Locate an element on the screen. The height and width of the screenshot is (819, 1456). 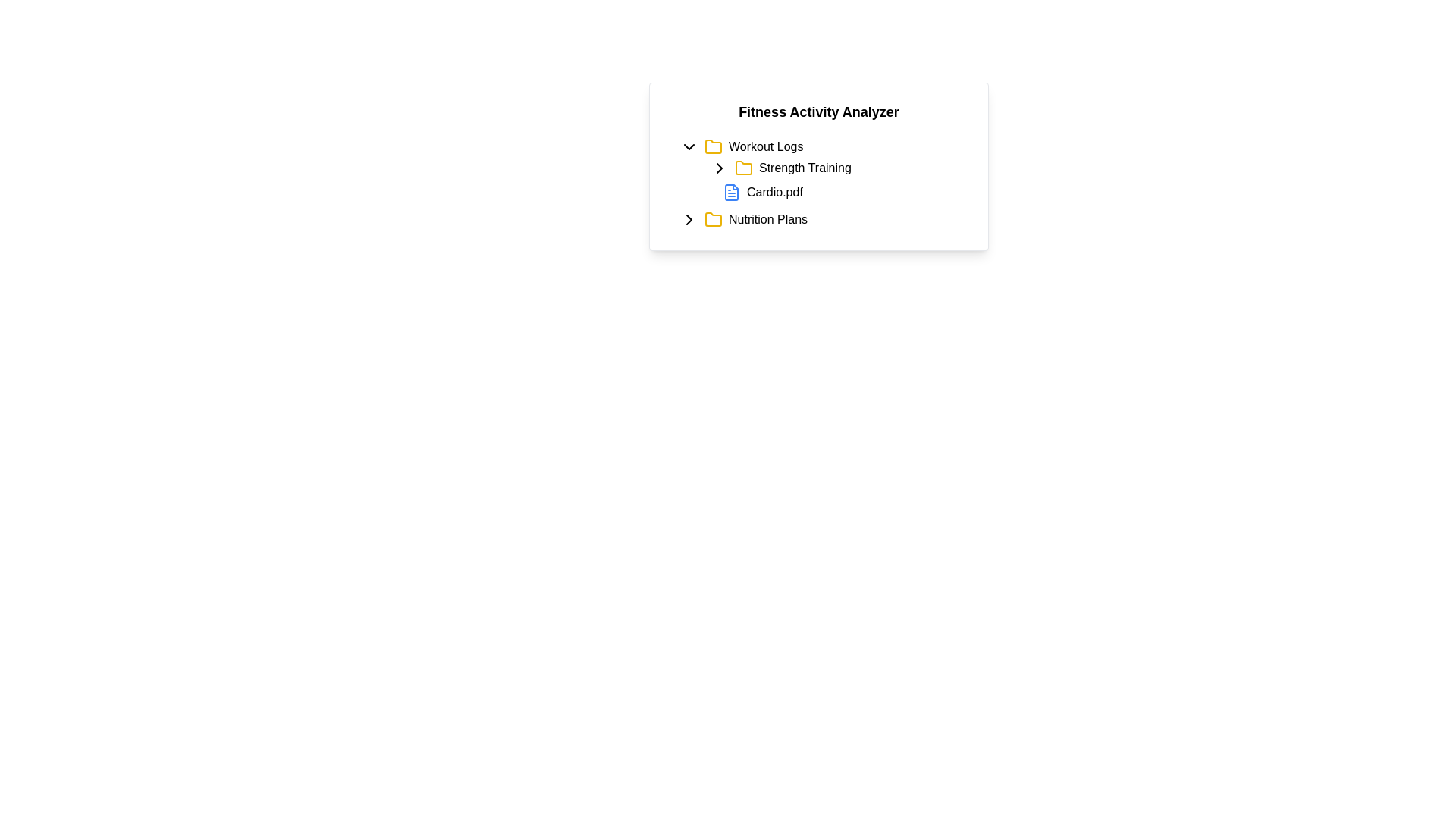
the file link labeled 'Cardio.pdf' located under the 'Strength Training' section of the 'Fitness Activity Analyzer' is located at coordinates (839, 192).